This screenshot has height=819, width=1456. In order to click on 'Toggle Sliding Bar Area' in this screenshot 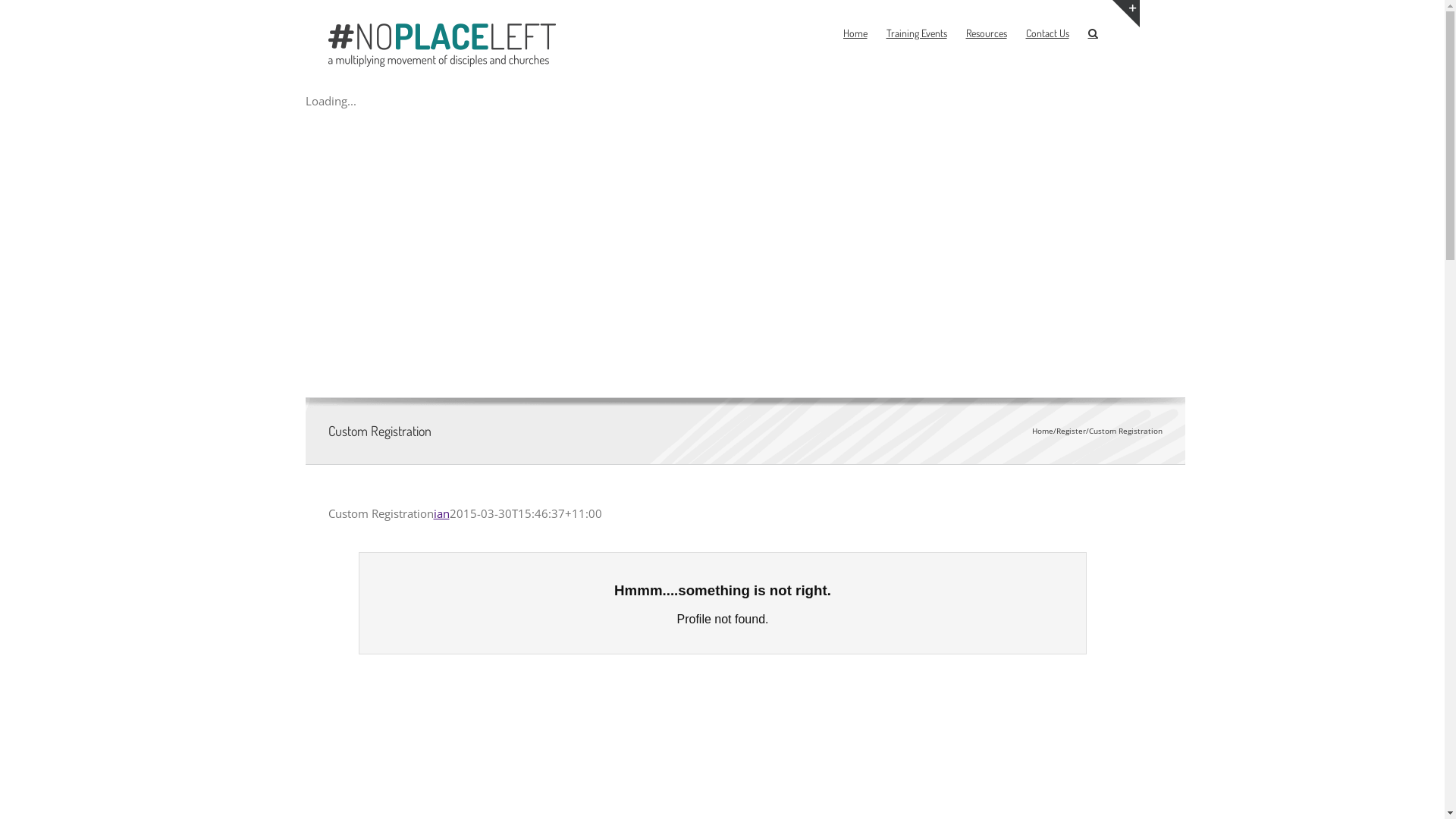, I will do `click(1125, 14)`.